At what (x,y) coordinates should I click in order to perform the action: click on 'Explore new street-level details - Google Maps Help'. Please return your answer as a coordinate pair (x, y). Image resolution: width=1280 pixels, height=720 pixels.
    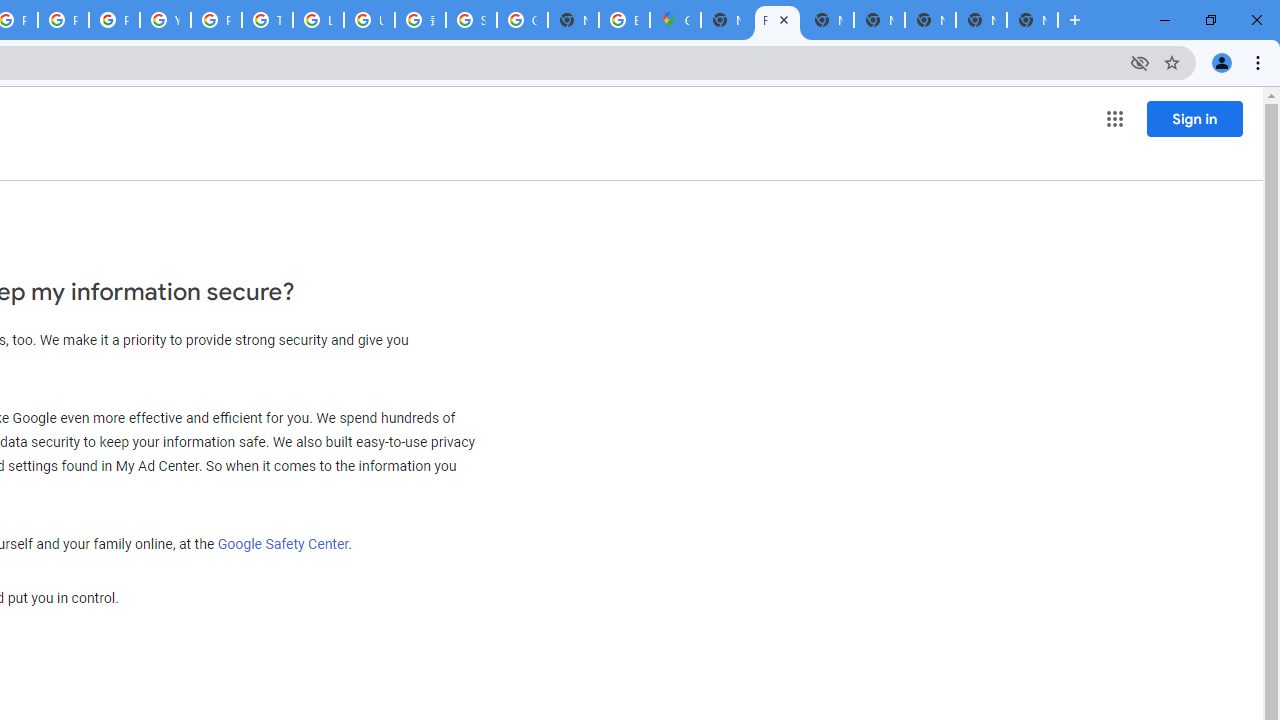
    Looking at the image, I should click on (623, 20).